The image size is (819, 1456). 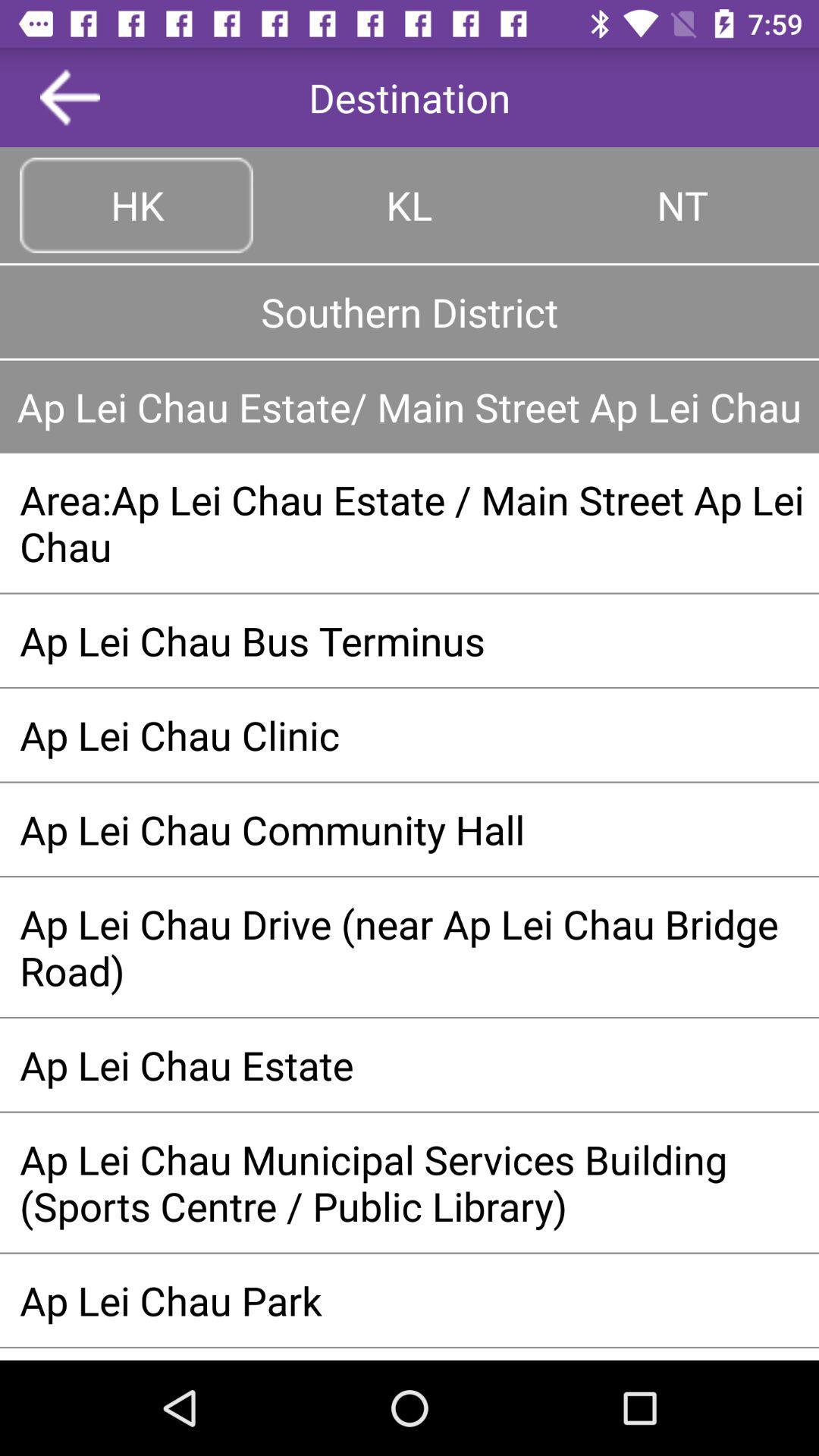 I want to click on the app below ap lei chau app, so click(x=409, y=522).